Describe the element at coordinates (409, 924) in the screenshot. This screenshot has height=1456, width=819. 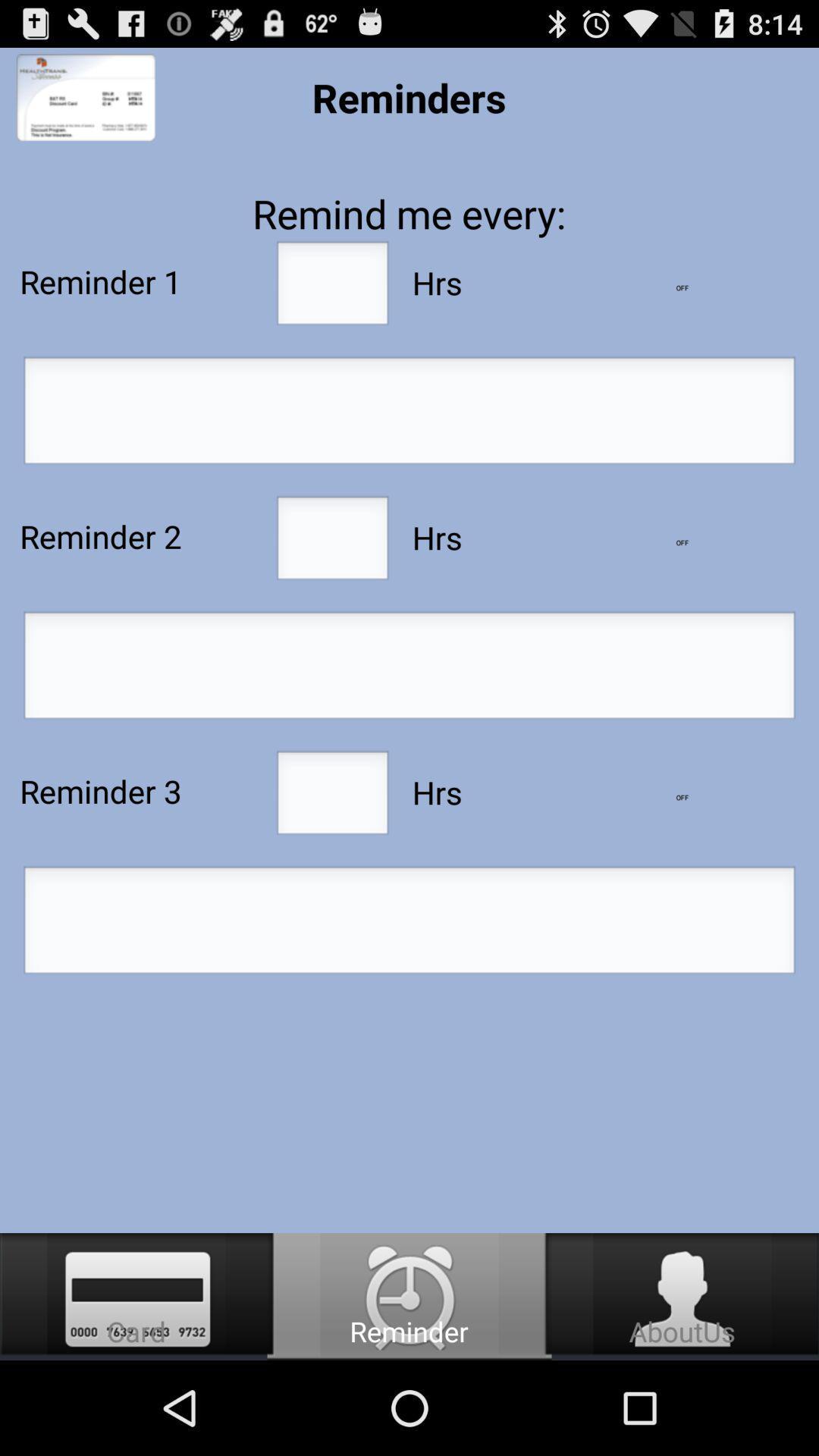
I see `set time for reminder` at that location.